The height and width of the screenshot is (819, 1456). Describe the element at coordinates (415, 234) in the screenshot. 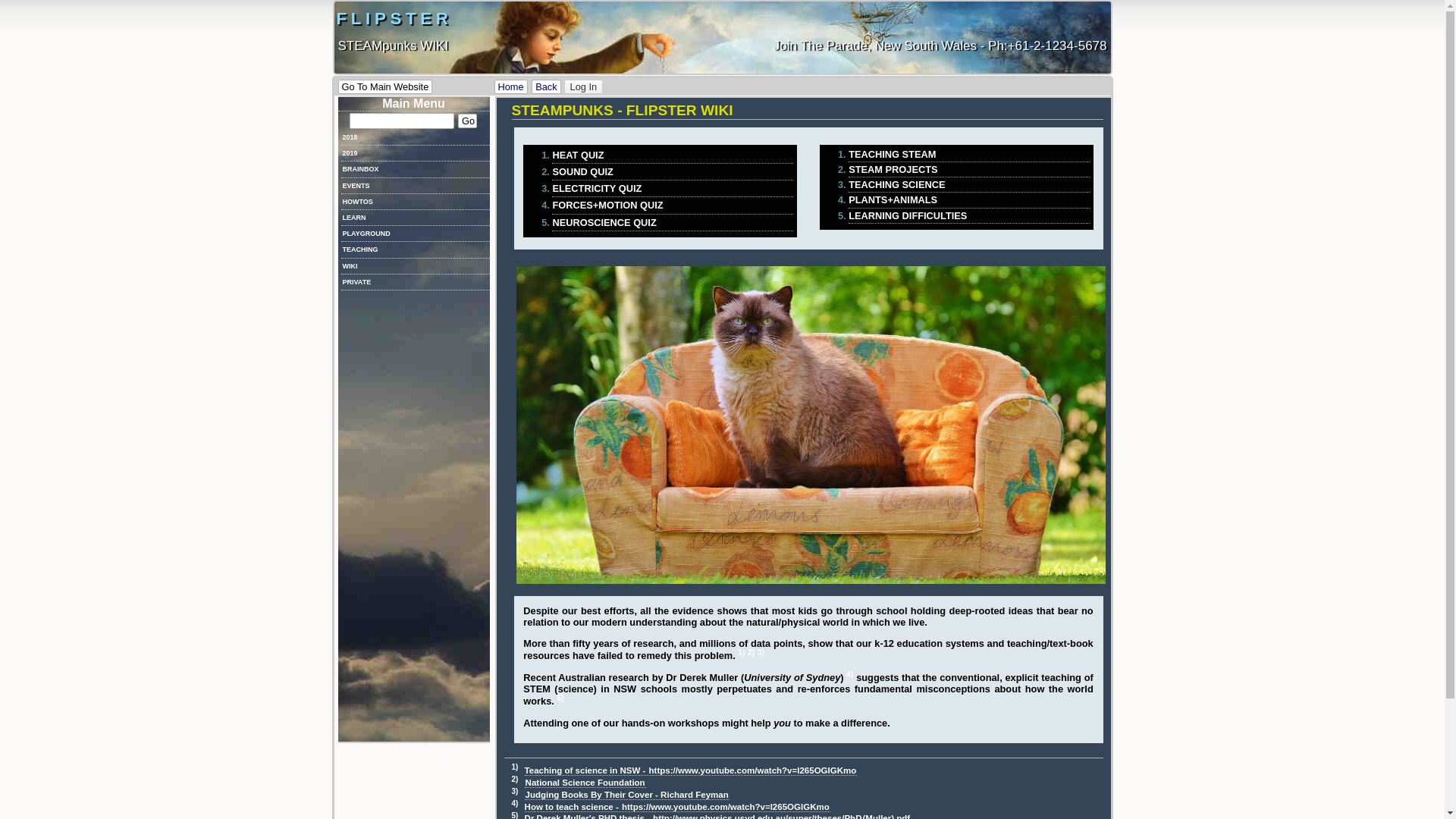

I see `'PLAYGROUND'` at that location.